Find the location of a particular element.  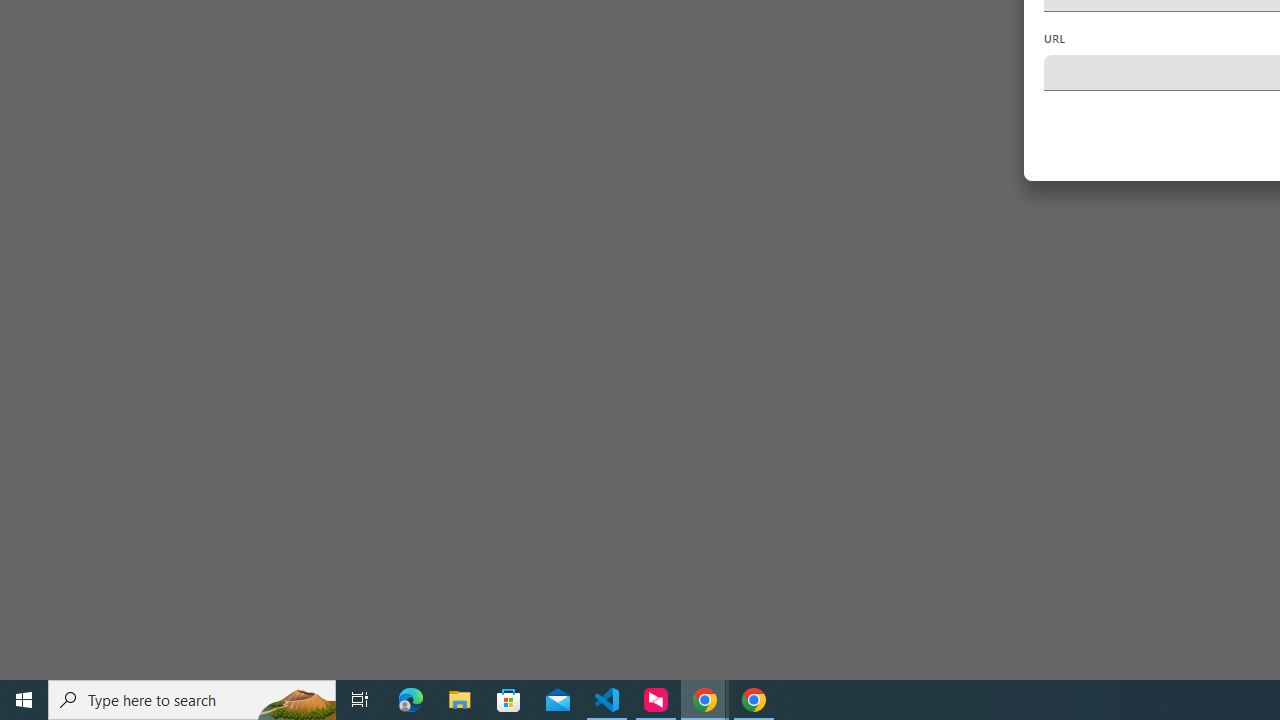

'Google Chrome - 1 running window' is located at coordinates (753, 698).